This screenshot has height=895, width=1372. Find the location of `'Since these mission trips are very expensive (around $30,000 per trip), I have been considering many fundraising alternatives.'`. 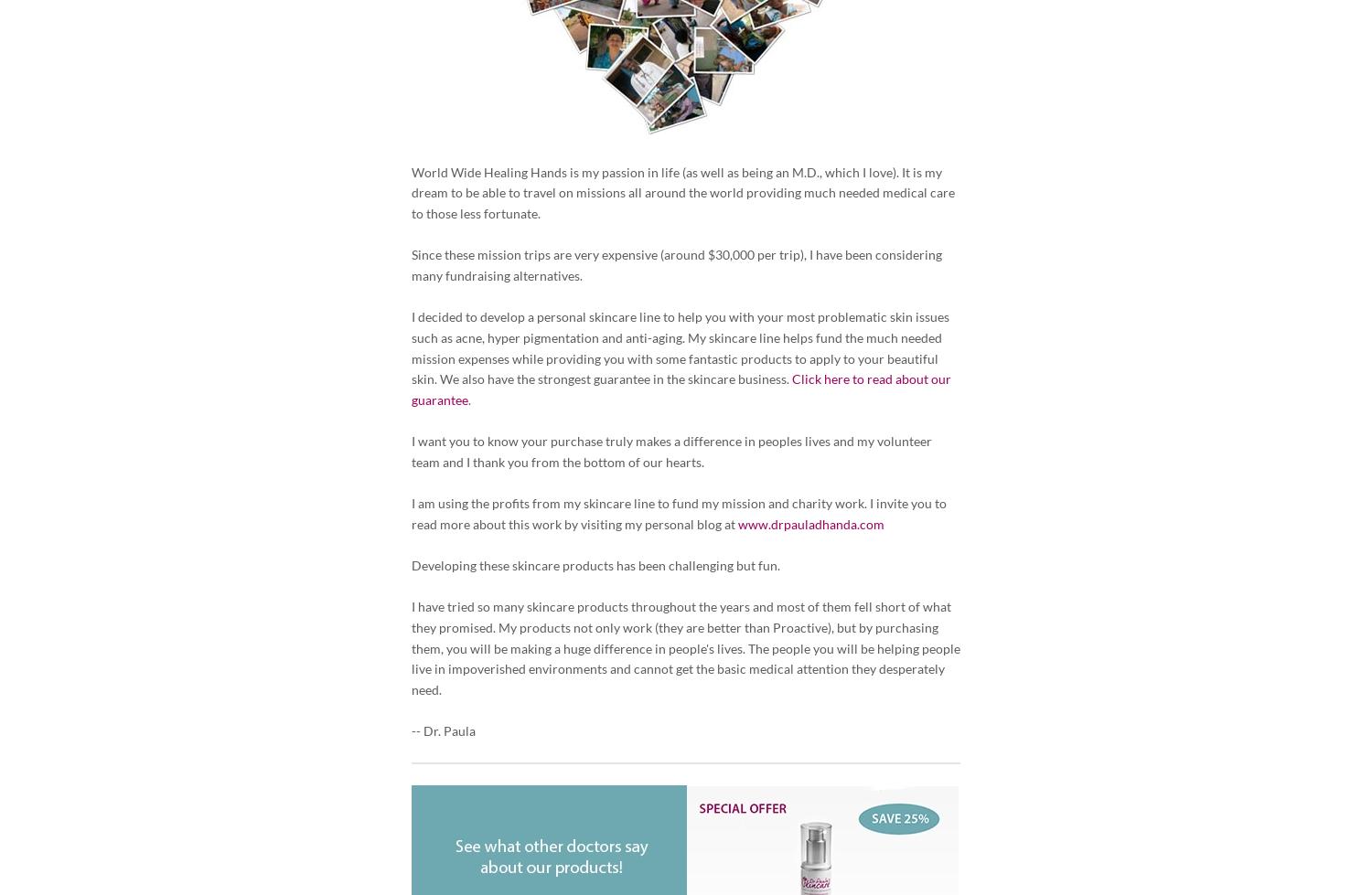

'Since these mission trips are very expensive (around $30,000 per trip), I have been considering many fundraising alternatives.' is located at coordinates (675, 264).